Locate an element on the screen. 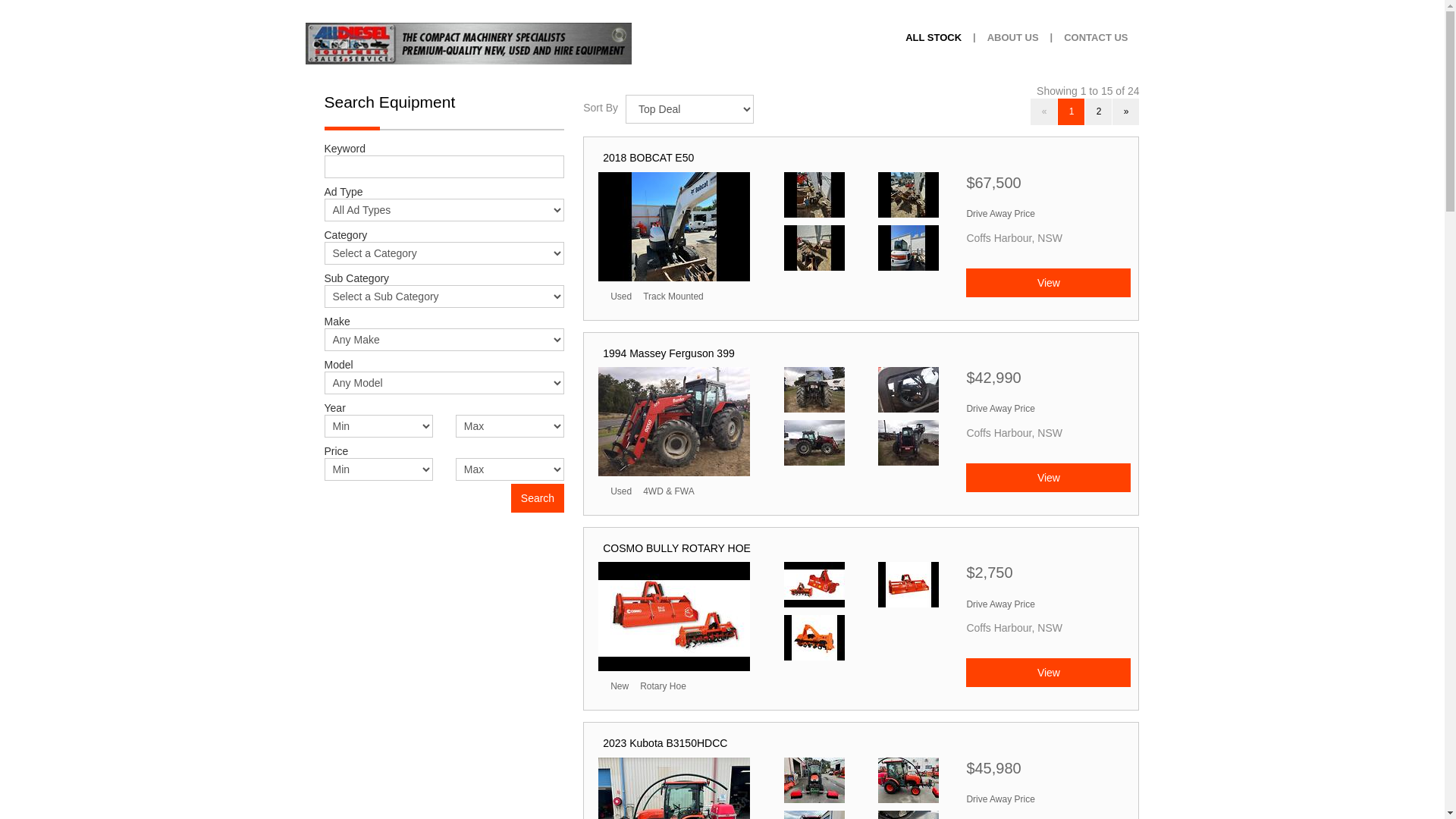 This screenshot has width=1456, height=819. '2' is located at coordinates (1098, 111).